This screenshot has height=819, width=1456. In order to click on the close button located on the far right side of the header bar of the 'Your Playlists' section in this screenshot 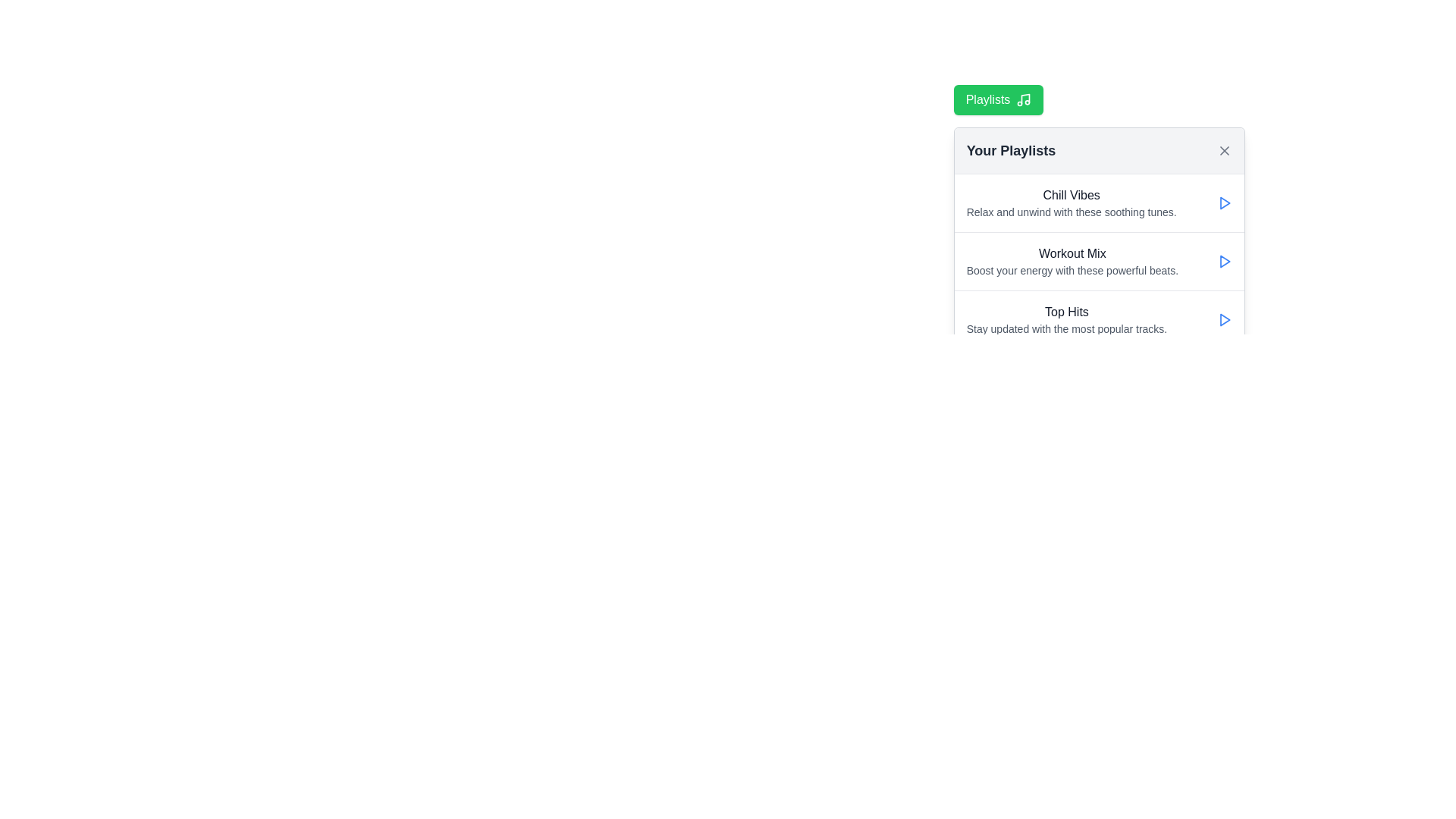, I will do `click(1224, 151)`.